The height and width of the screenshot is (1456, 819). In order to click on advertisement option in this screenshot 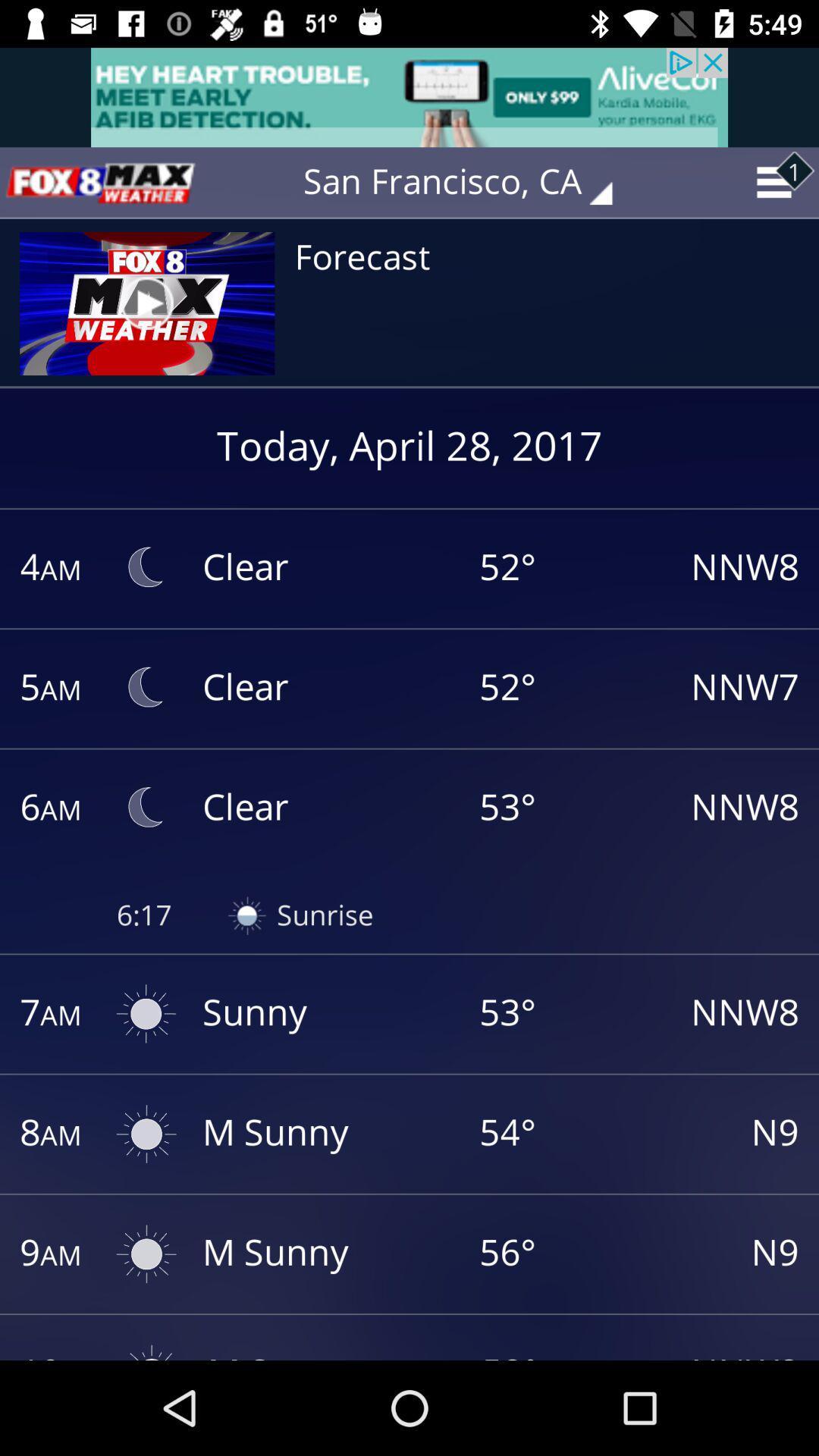, I will do `click(409, 96)`.